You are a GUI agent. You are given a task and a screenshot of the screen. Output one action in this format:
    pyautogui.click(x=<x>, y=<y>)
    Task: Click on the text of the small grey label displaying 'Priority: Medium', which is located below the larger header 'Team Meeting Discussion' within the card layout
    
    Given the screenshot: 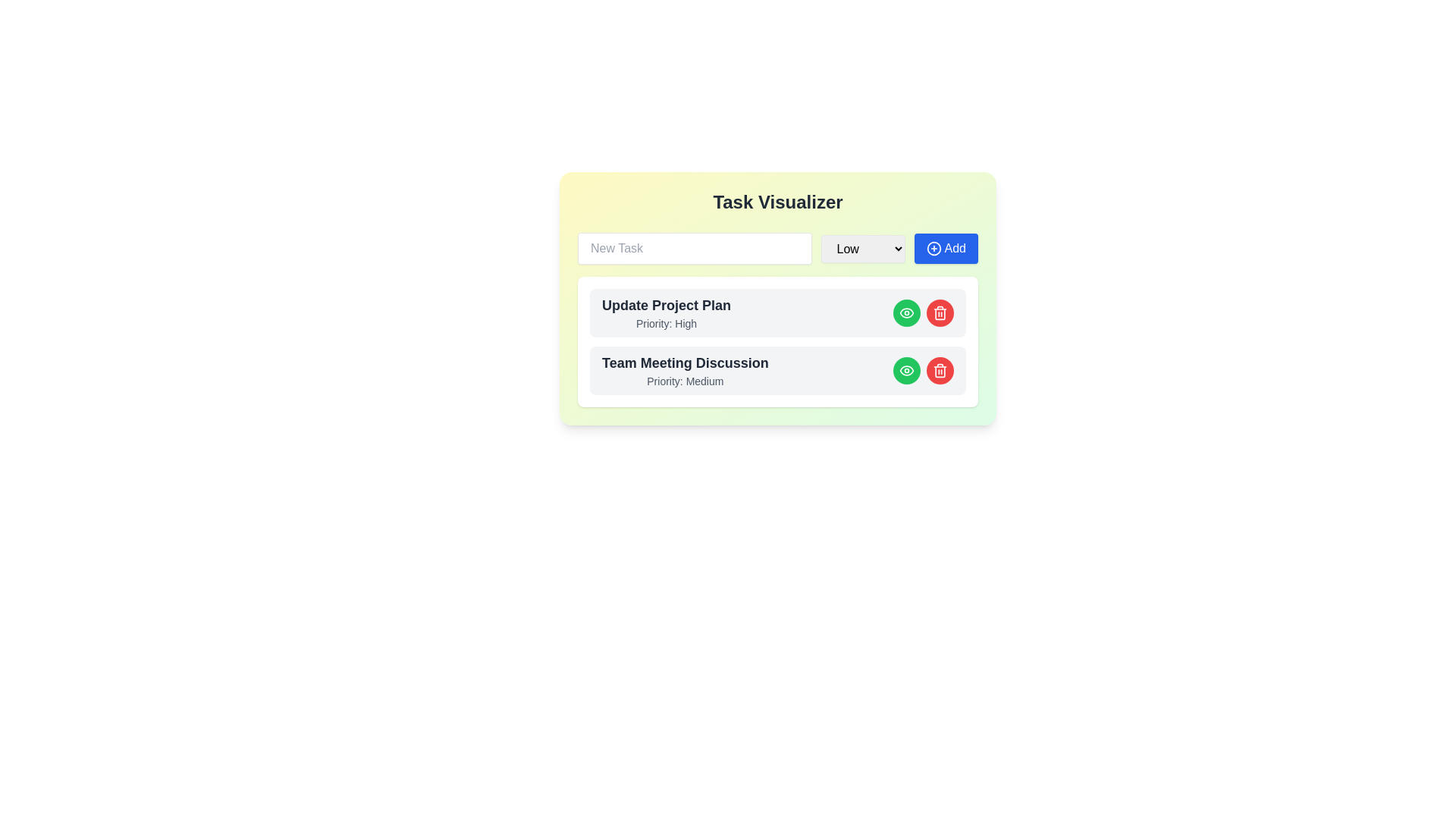 What is the action you would take?
    pyautogui.click(x=684, y=380)
    